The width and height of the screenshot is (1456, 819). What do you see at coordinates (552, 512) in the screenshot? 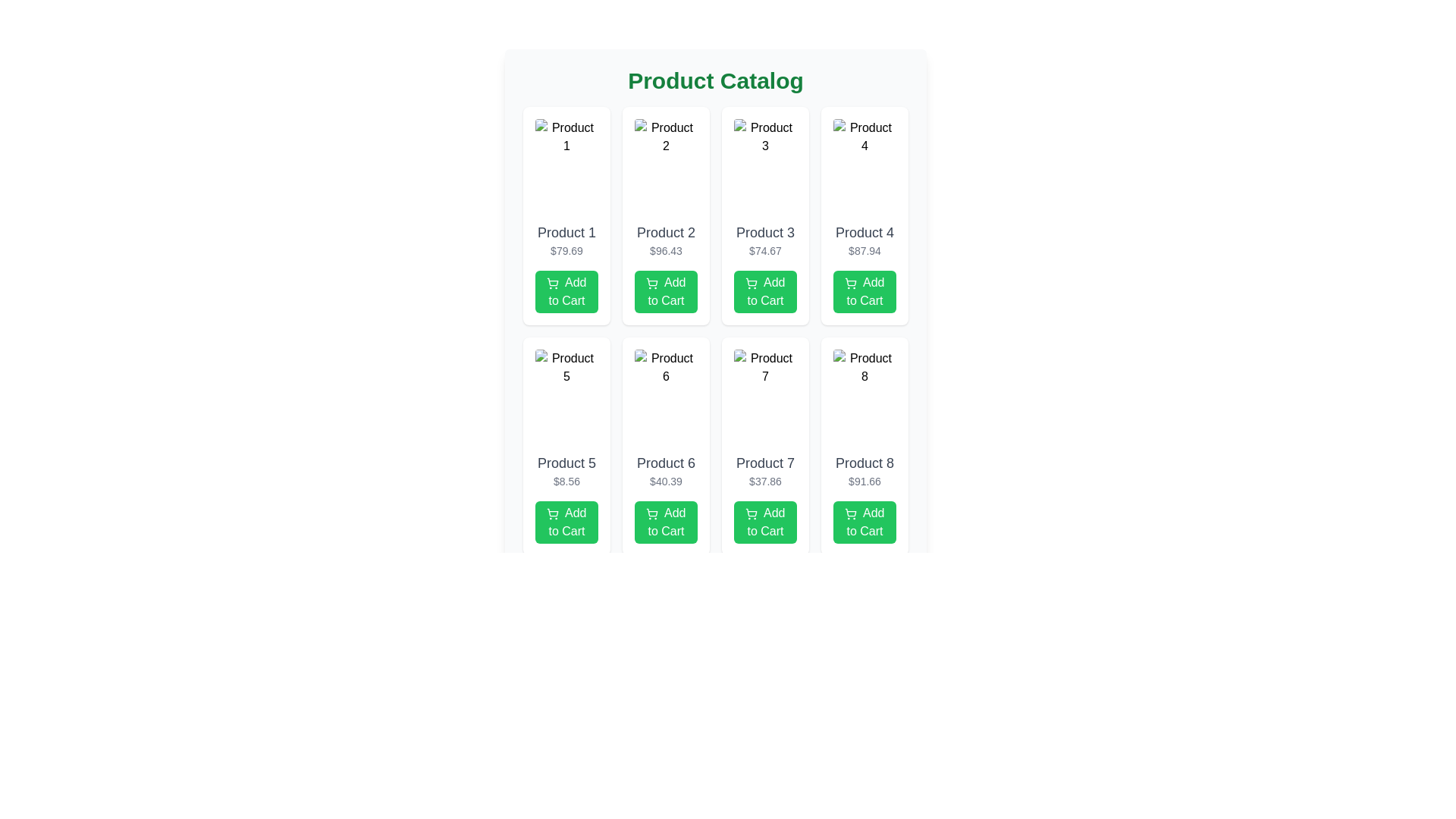
I see `the 'Add to Cart' button that contains the shopping cart icon, which is located under the 'Product 5' display` at bounding box center [552, 512].